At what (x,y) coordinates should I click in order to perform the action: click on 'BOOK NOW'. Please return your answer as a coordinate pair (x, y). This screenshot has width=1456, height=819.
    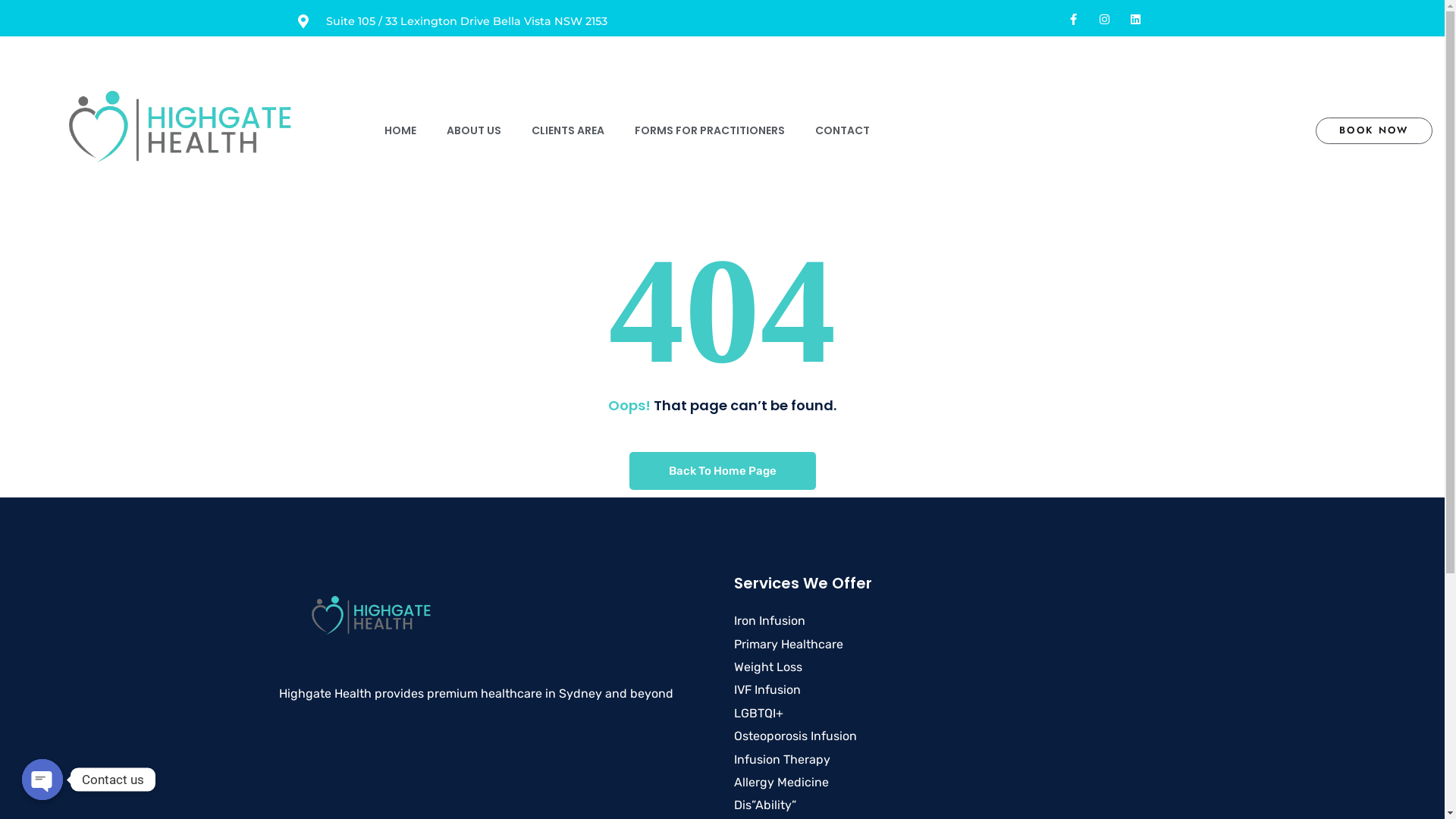
    Looking at the image, I should click on (1373, 130).